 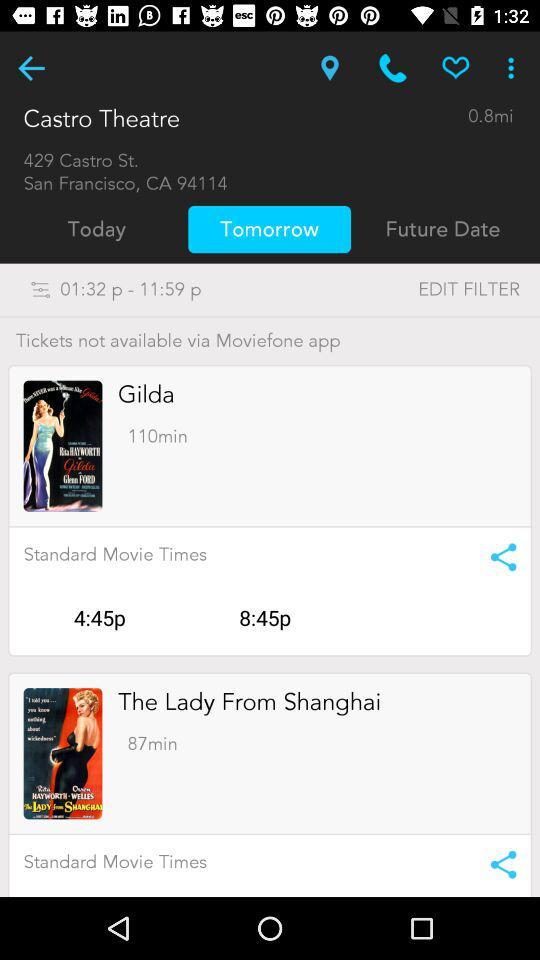 I want to click on share the movie, so click(x=496, y=557).